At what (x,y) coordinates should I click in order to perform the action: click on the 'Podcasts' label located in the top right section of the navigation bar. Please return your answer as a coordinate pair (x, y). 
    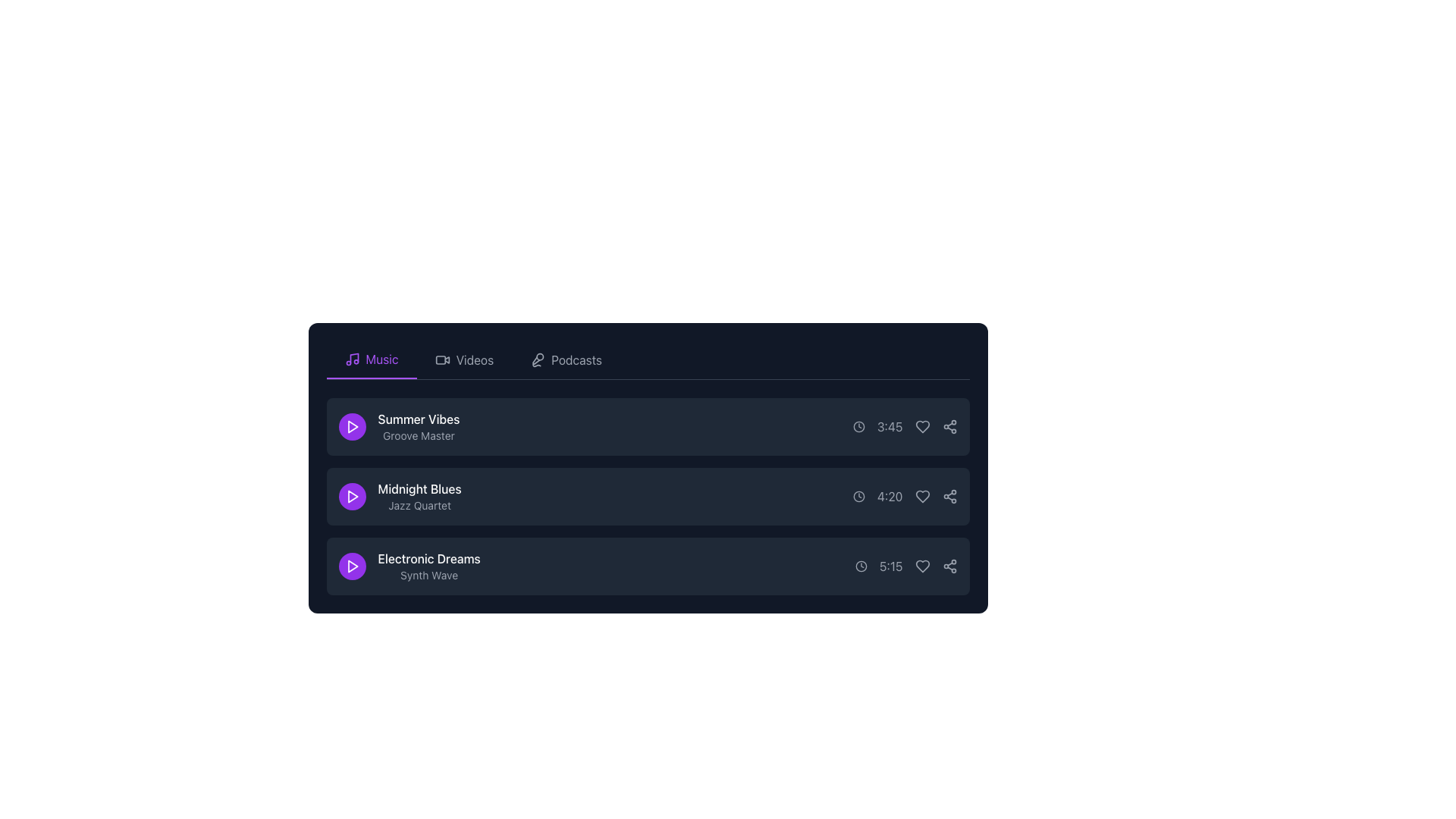
    Looking at the image, I should click on (576, 359).